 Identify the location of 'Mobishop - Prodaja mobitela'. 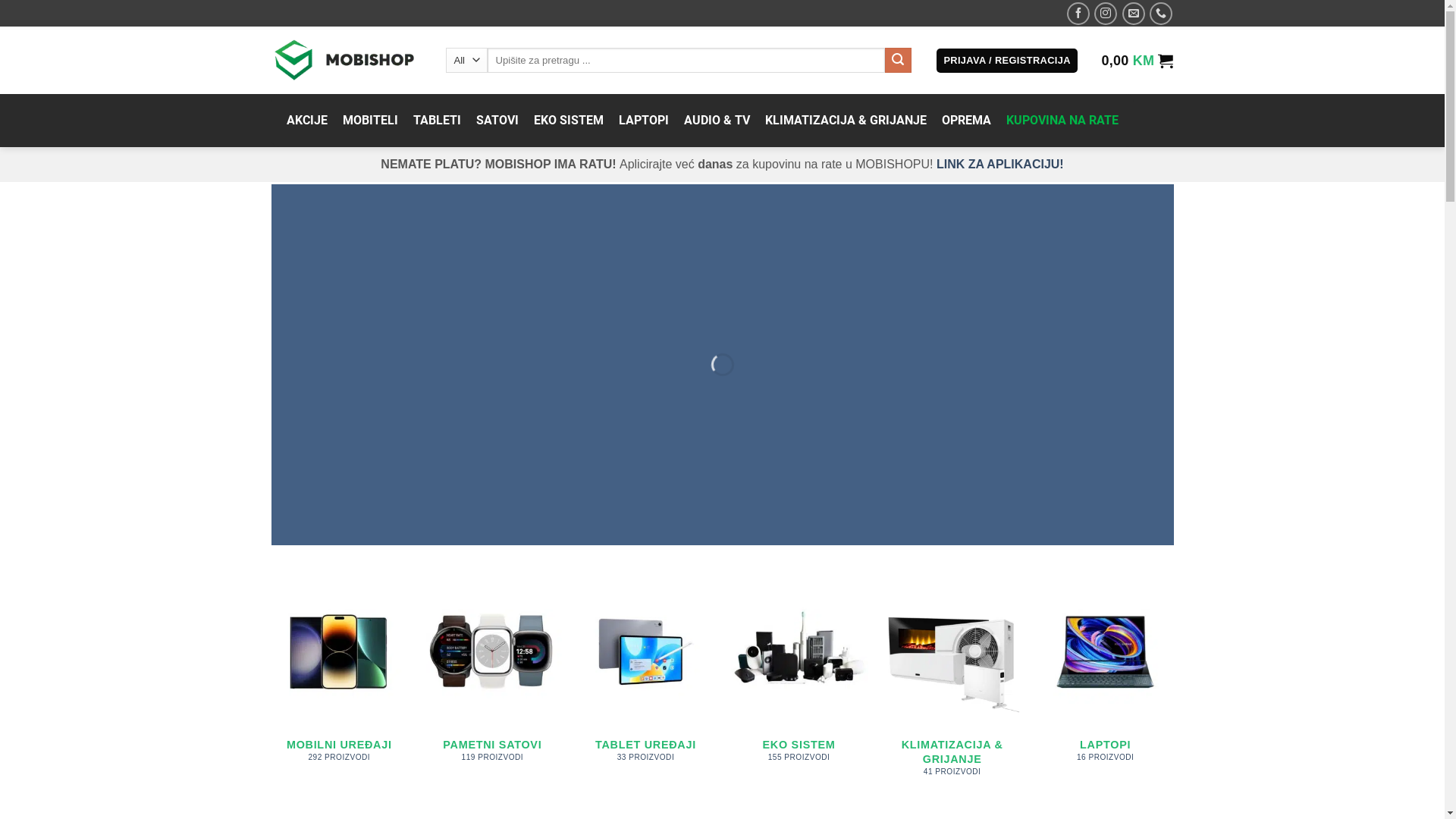
(346, 60).